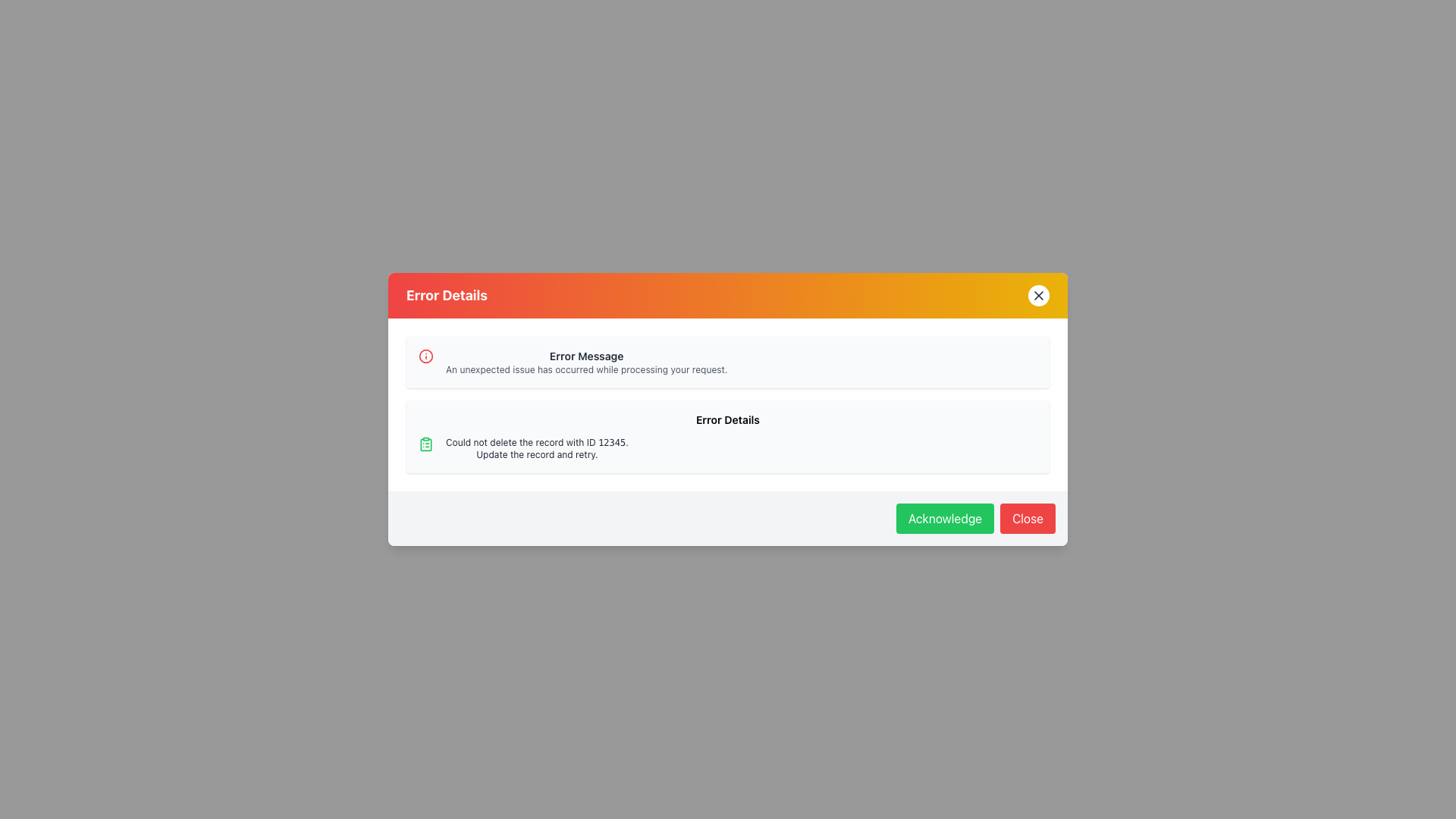 The height and width of the screenshot is (819, 1456). Describe the element at coordinates (1037, 295) in the screenshot. I see `the Close button located in the top-right corner of the dialog box, which is encapsulated within a circular button with a rounded orange header to observe styling changes` at that location.